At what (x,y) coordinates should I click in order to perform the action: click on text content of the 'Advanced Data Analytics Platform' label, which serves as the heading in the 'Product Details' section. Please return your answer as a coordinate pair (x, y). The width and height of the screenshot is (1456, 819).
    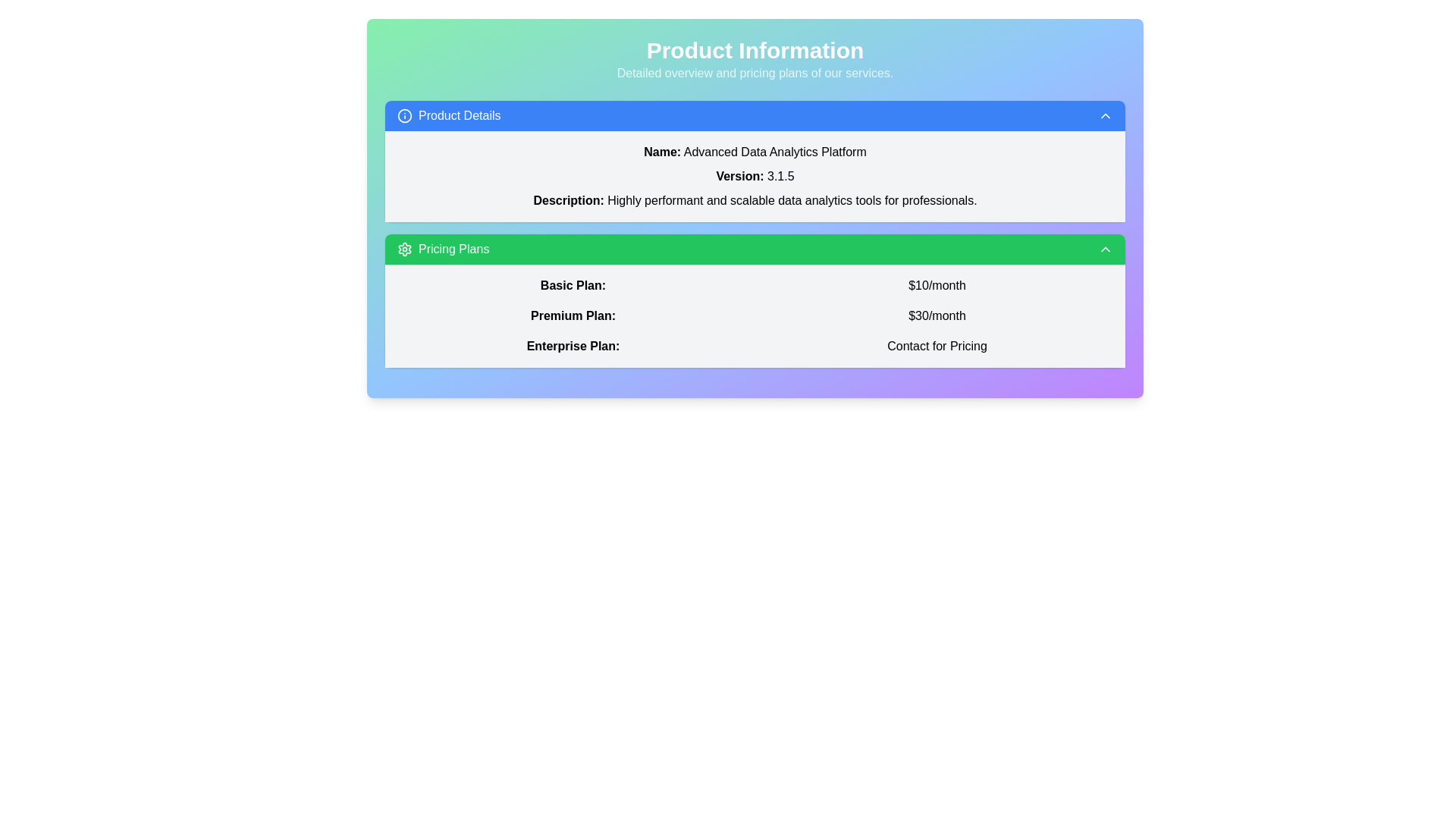
    Looking at the image, I should click on (662, 152).